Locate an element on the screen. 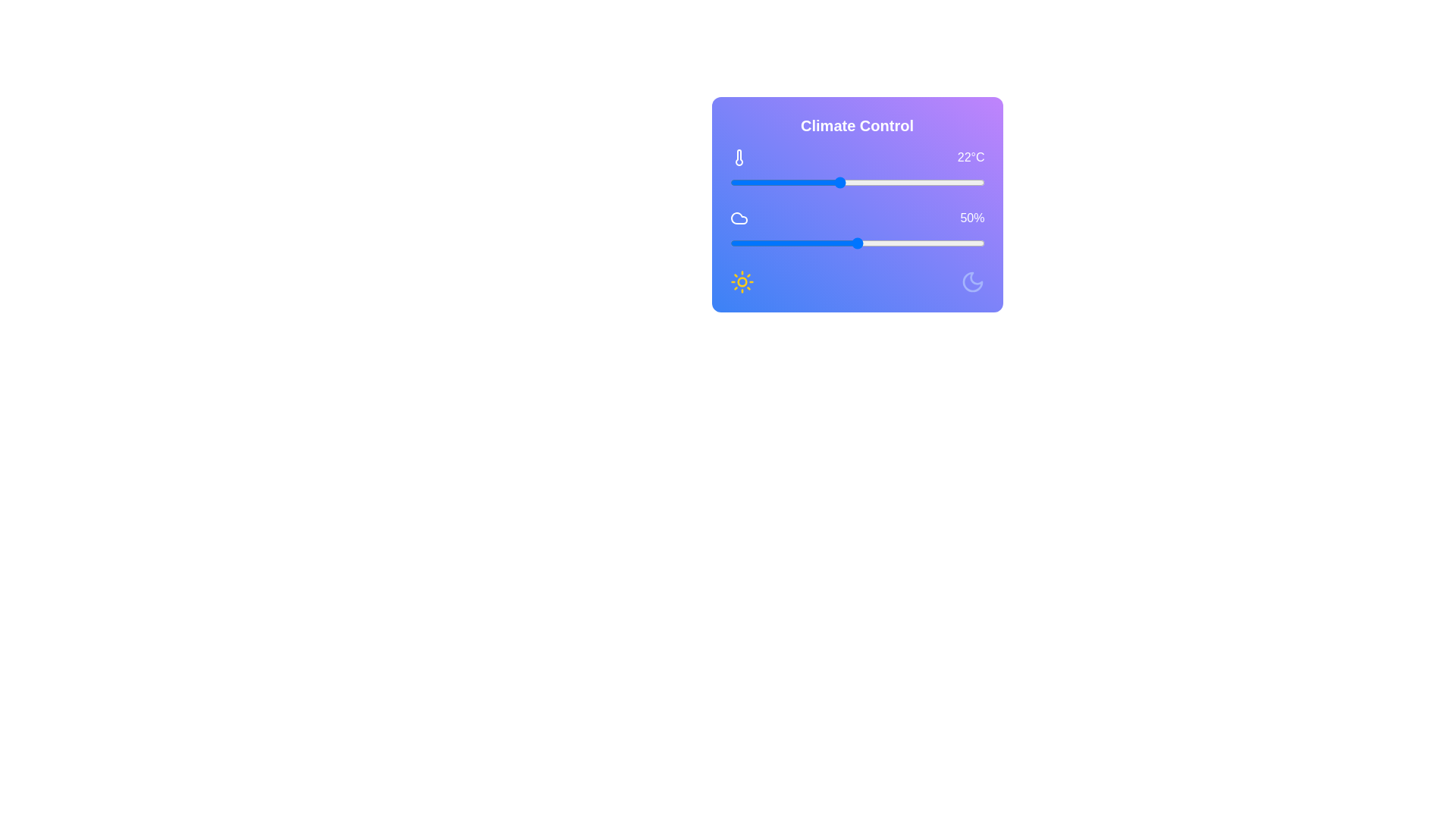 Image resolution: width=1456 pixels, height=819 pixels. the slider is located at coordinates (920, 242).